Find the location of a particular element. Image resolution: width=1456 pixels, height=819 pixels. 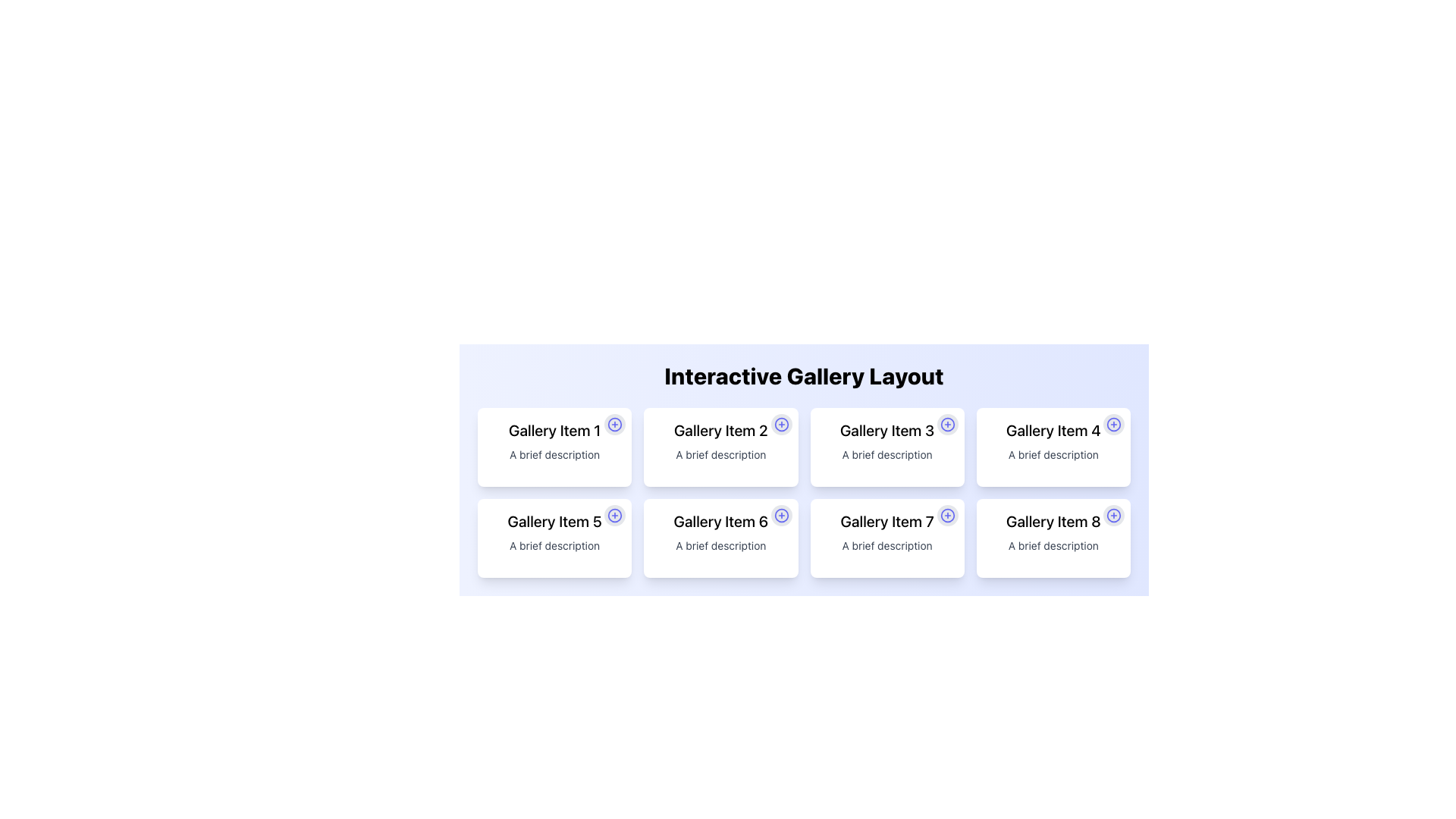

the SVG circle element that visually represents part of the SVG icon in the header of the second gallery item, located to the right of the text labeled 'Gallery Item 2' is located at coordinates (781, 424).